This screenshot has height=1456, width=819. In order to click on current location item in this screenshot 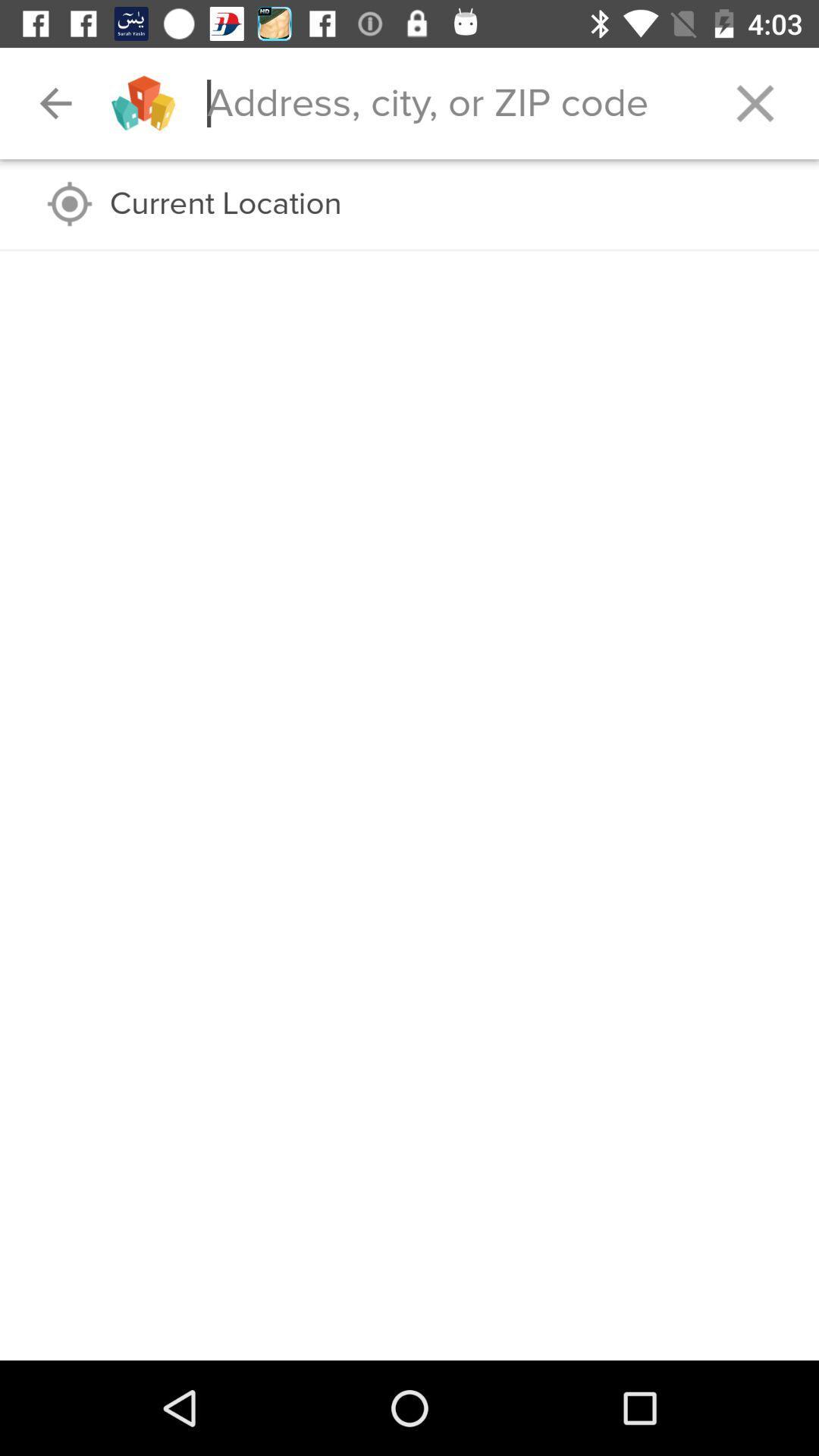, I will do `click(448, 203)`.